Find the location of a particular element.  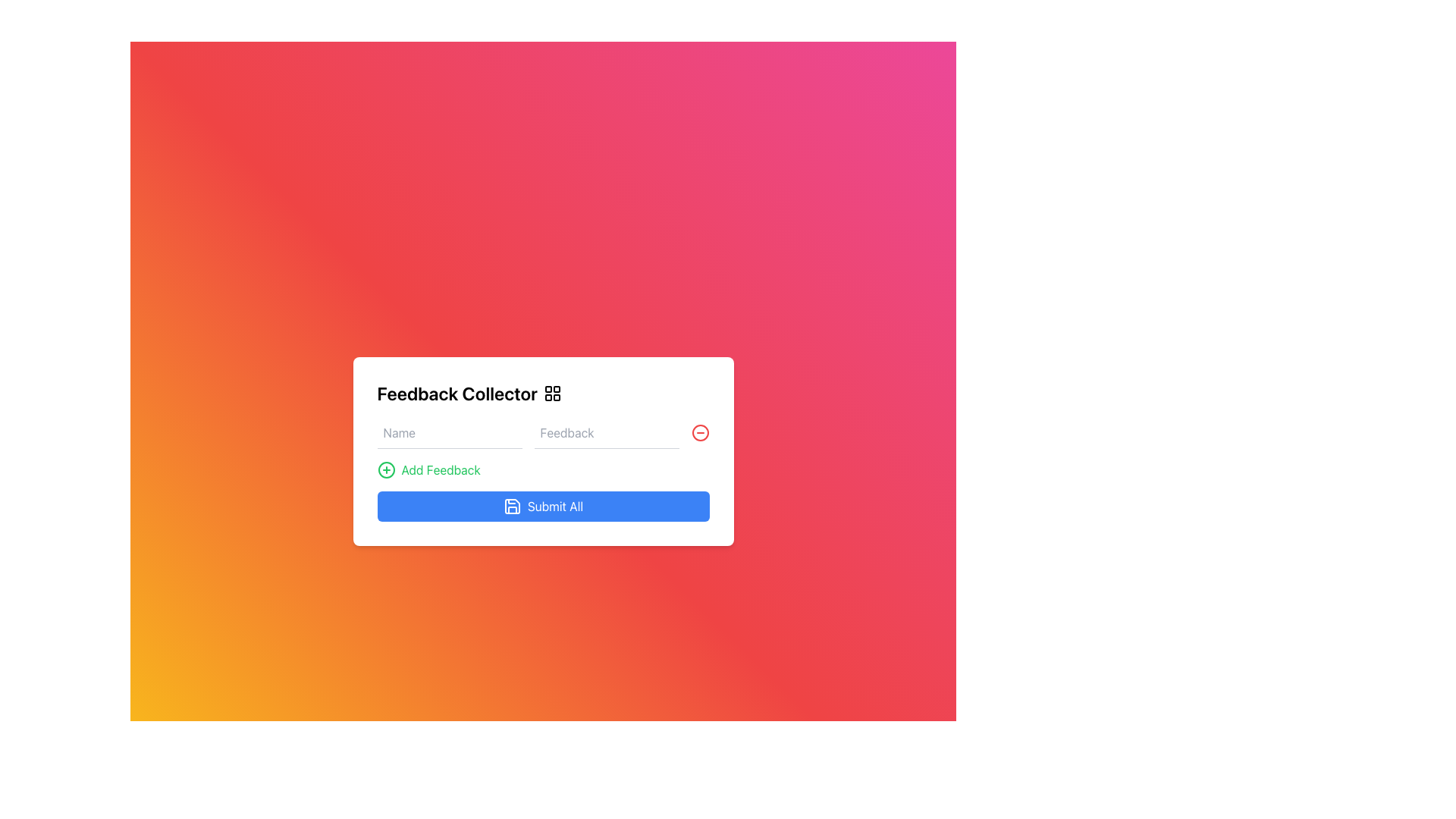

the visual representation of the main circular SVG element, which is styled as a plain vector shape with thin stroke lines is located at coordinates (386, 469).